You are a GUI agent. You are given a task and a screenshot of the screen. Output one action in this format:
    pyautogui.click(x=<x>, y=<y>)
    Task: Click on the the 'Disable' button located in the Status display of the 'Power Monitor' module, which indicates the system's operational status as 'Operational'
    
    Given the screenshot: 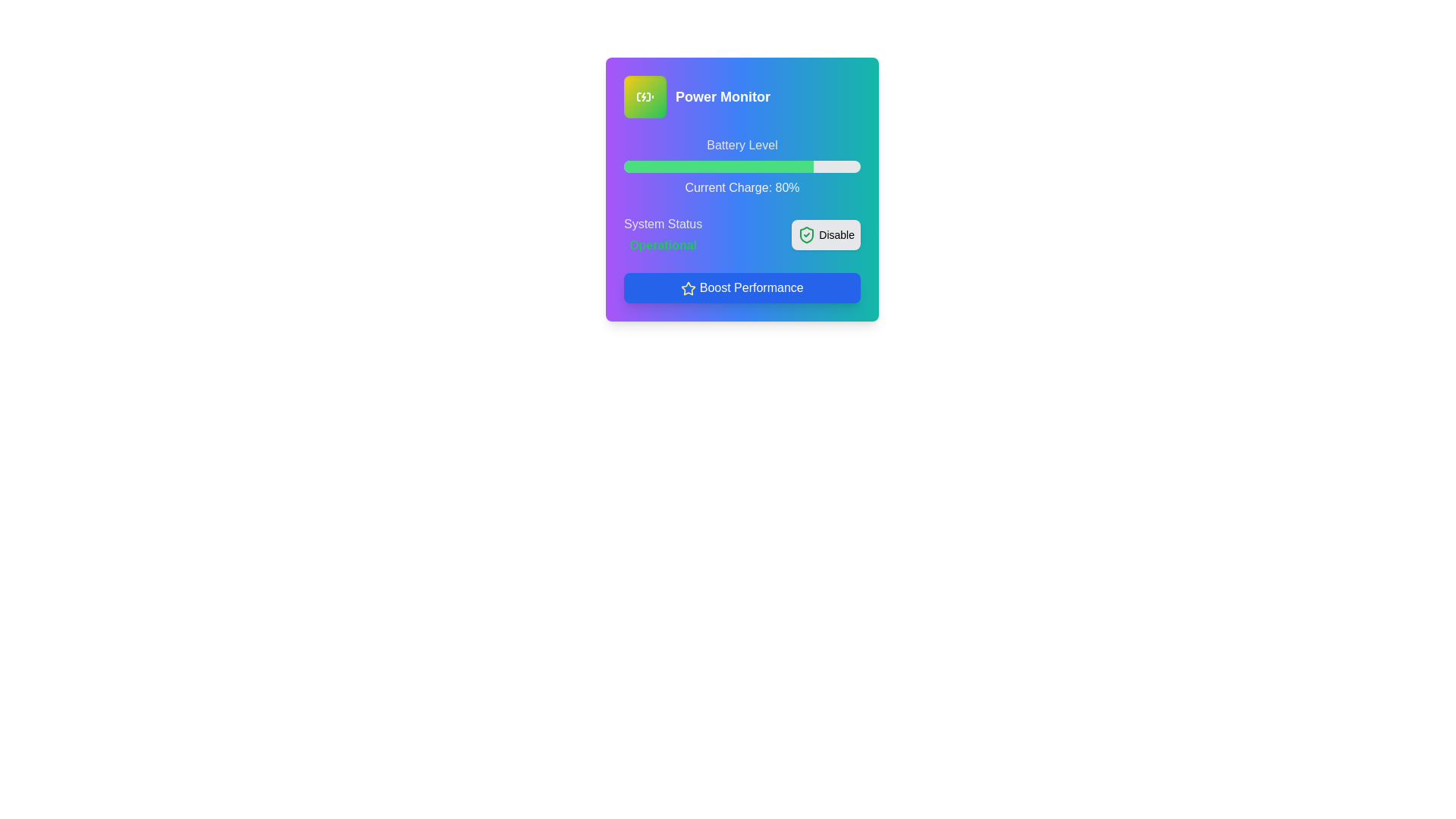 What is the action you would take?
    pyautogui.click(x=742, y=234)
    